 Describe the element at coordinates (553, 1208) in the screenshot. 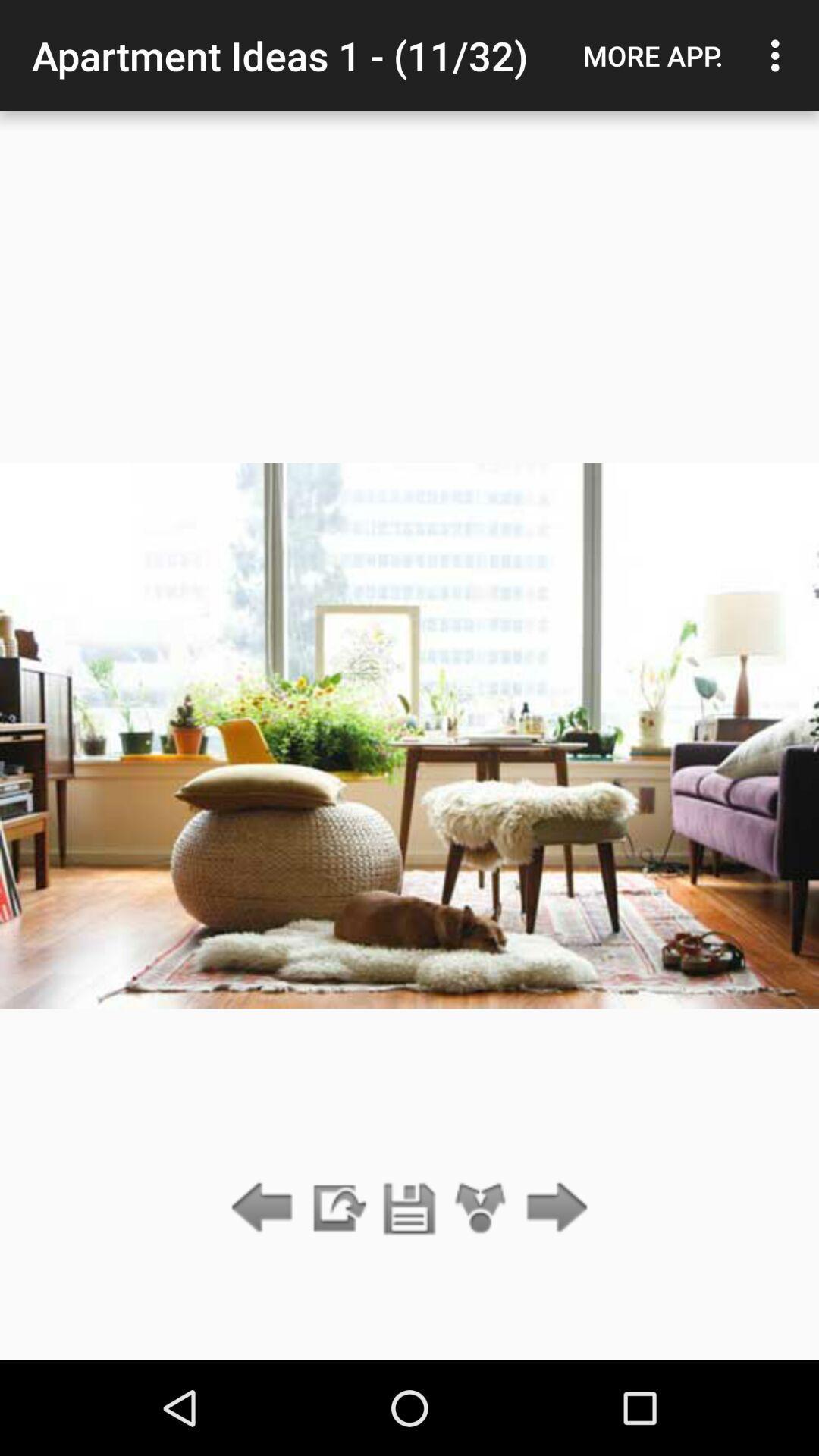

I see `item at the bottom right corner` at that location.